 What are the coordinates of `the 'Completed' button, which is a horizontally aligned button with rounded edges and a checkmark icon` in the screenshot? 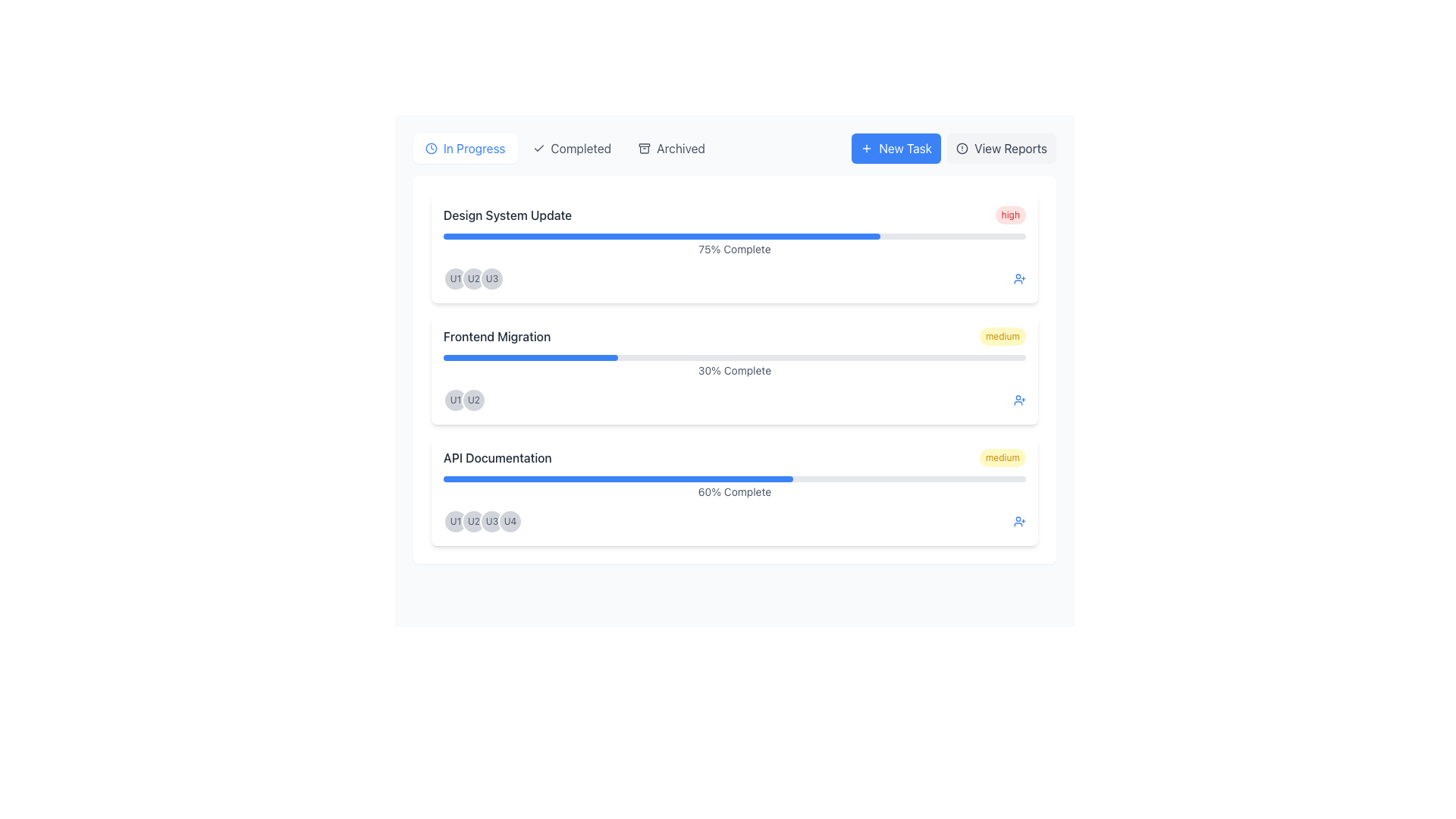 It's located at (571, 149).